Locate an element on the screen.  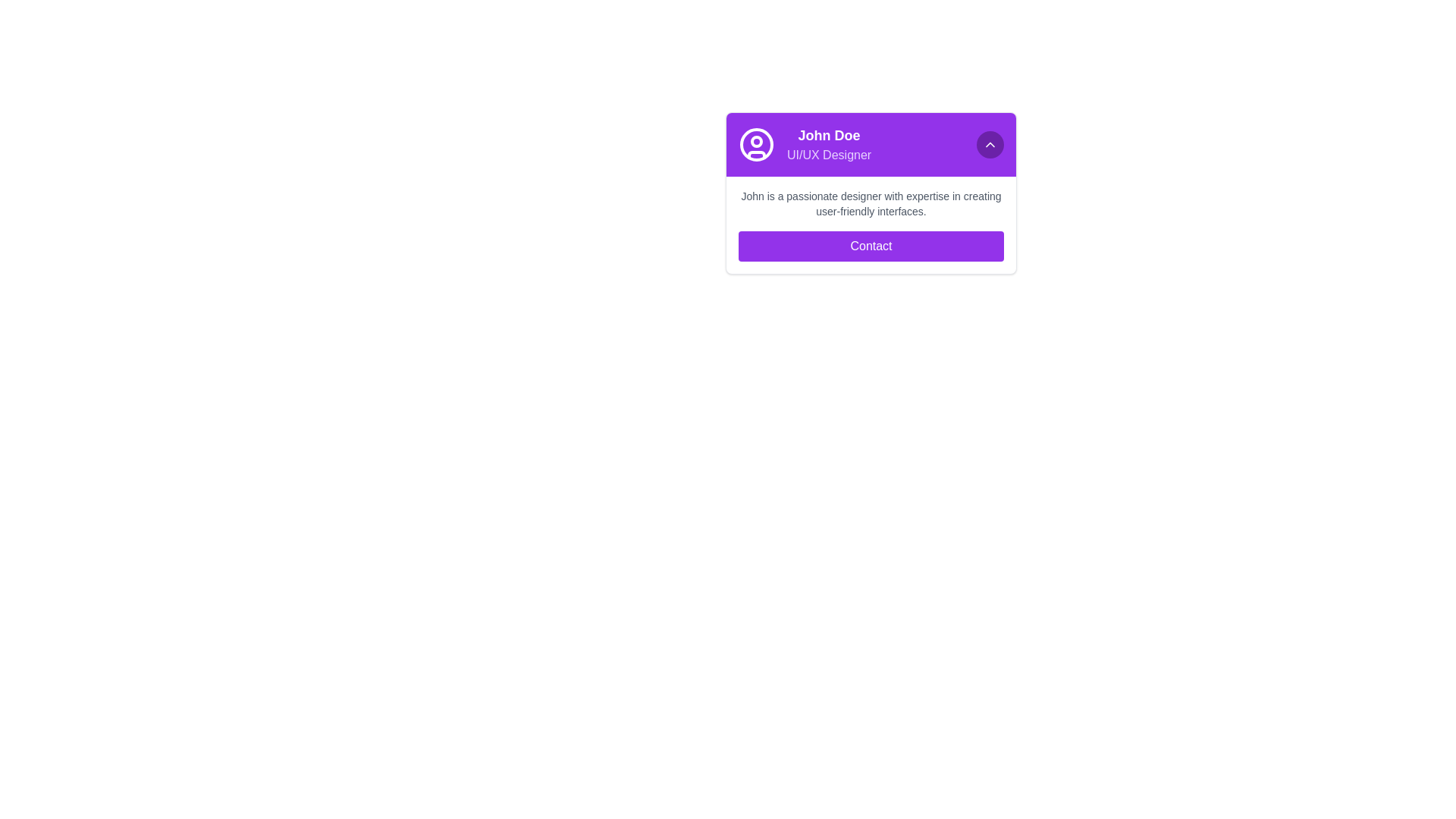
the upward-pointing chevron icon styled in white within a rounded purple background located at the top-right corner of the main purple header section of the card, adjacent to the user profile section is located at coordinates (990, 145).